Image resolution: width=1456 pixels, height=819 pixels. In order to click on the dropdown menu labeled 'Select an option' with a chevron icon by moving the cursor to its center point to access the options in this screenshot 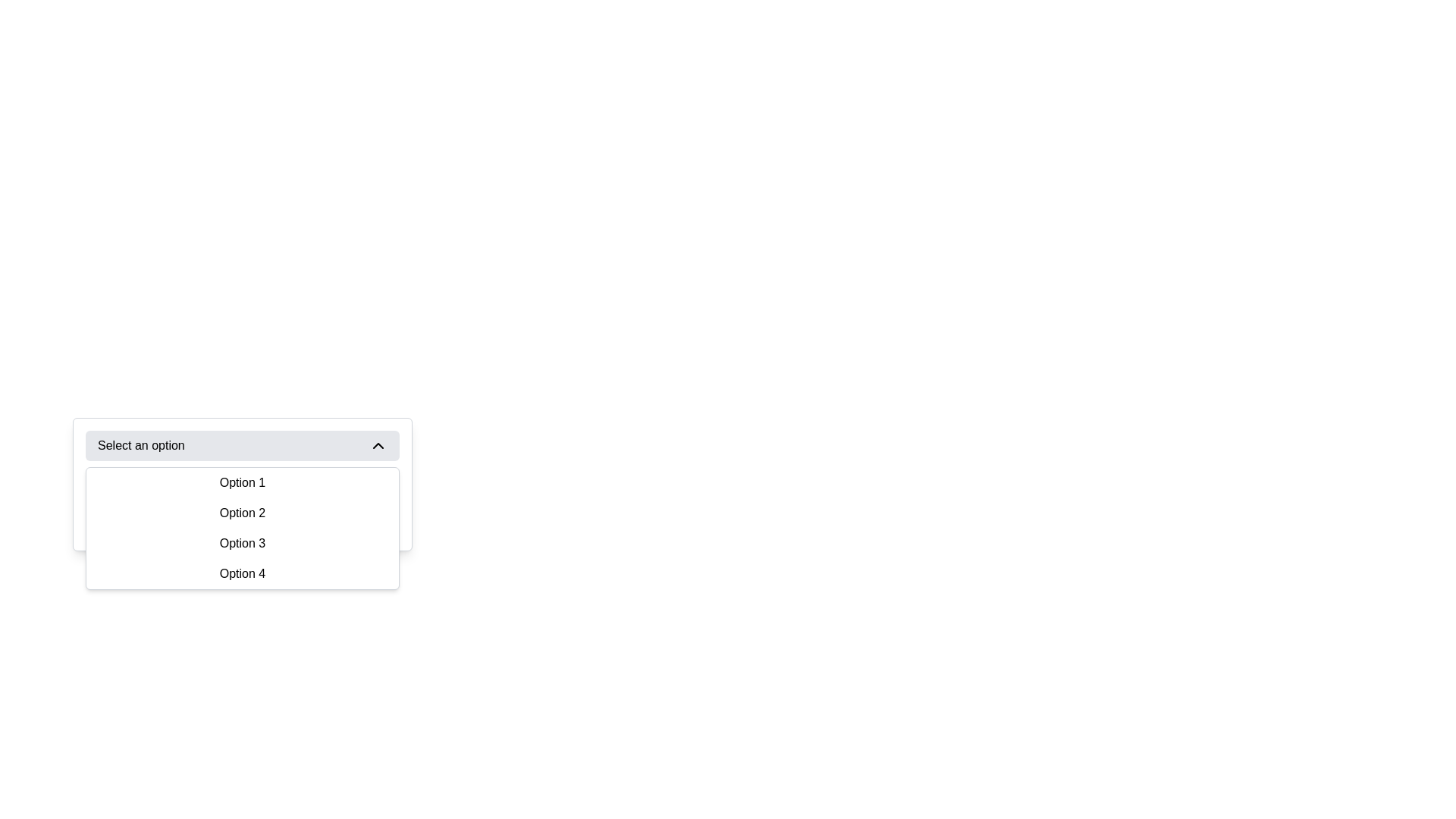, I will do `click(243, 444)`.